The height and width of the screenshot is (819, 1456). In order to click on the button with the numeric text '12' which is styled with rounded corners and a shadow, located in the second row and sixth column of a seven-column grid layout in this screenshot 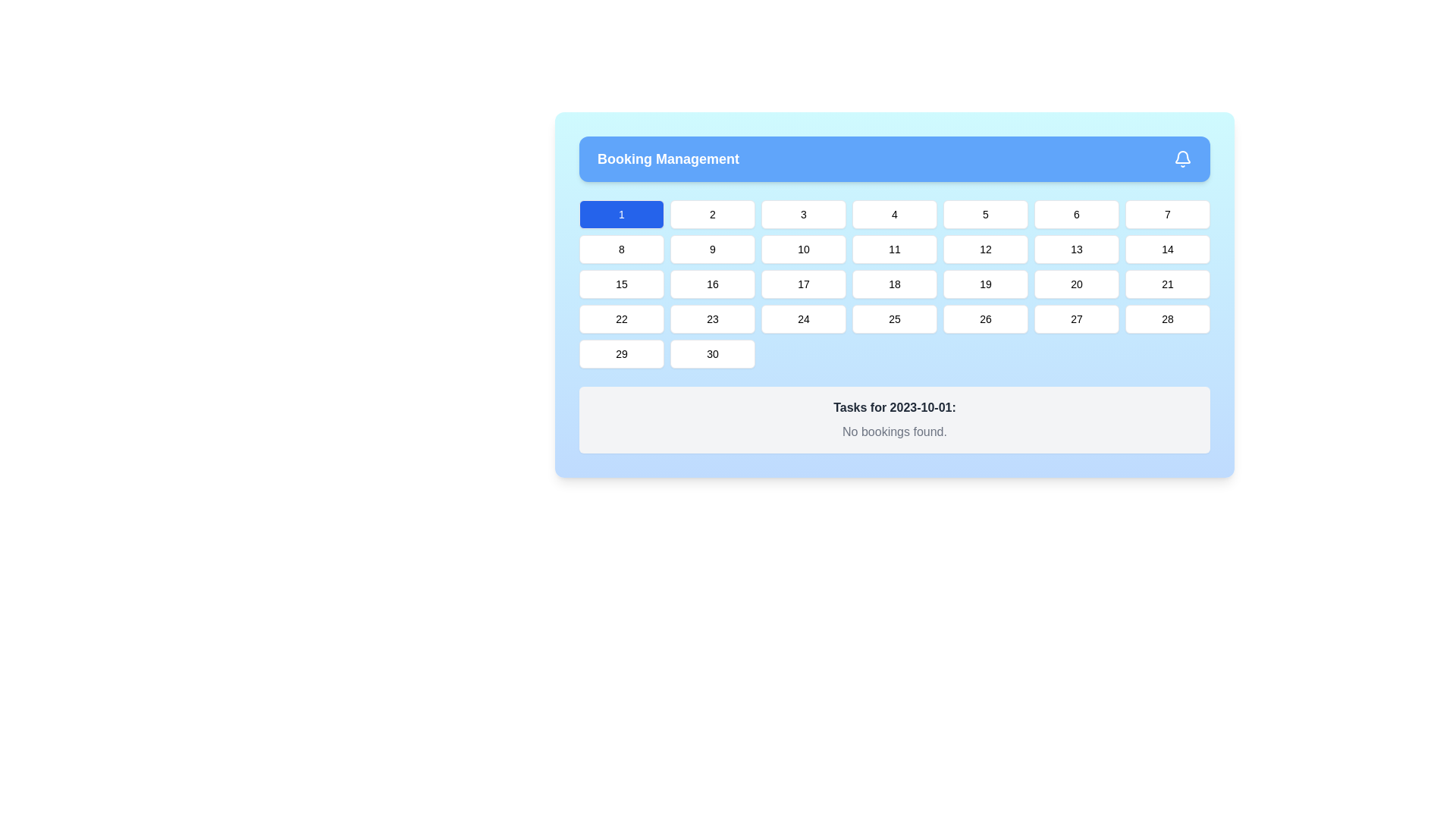, I will do `click(986, 248)`.